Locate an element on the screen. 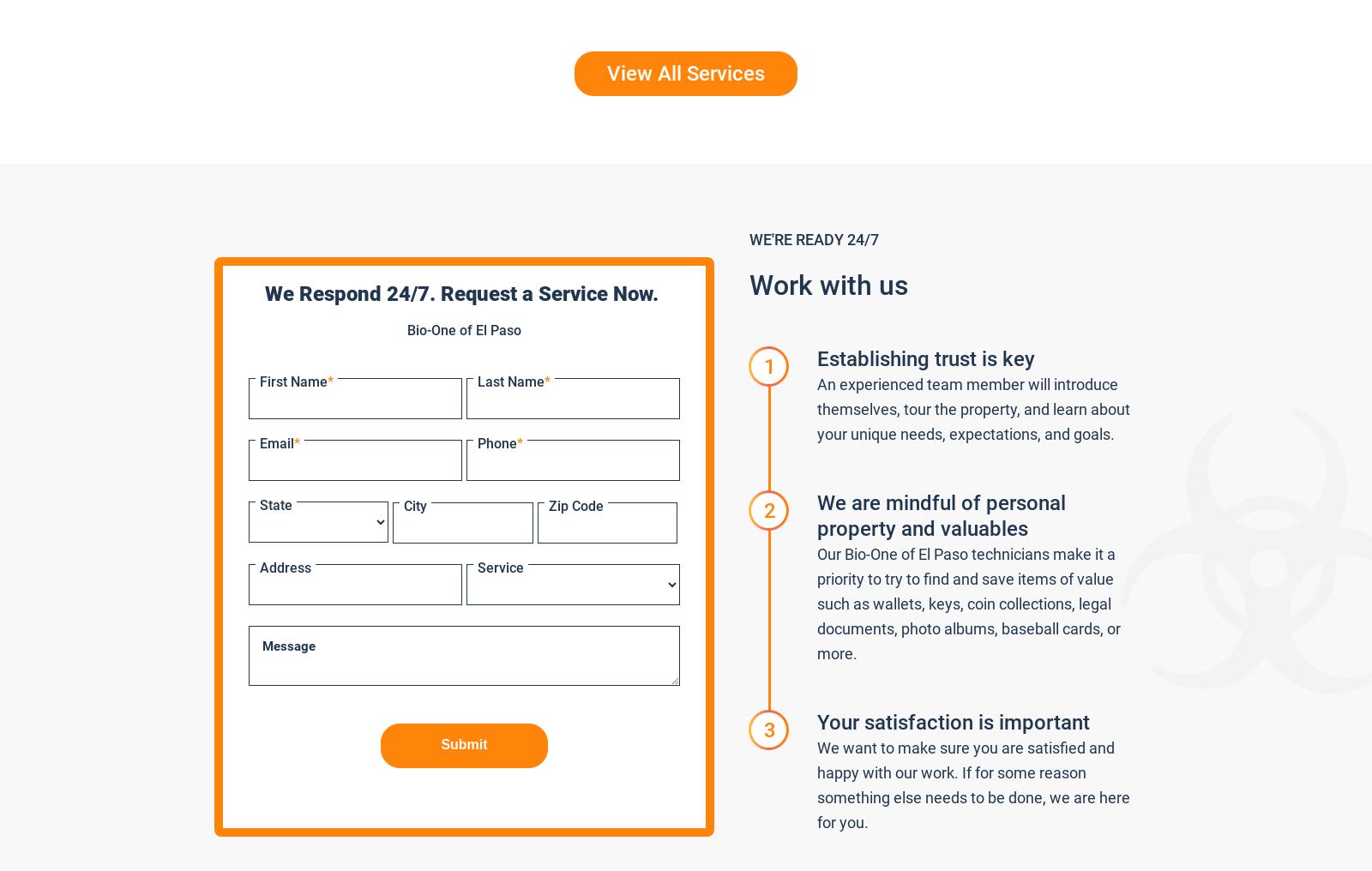  'State' is located at coordinates (275, 505).